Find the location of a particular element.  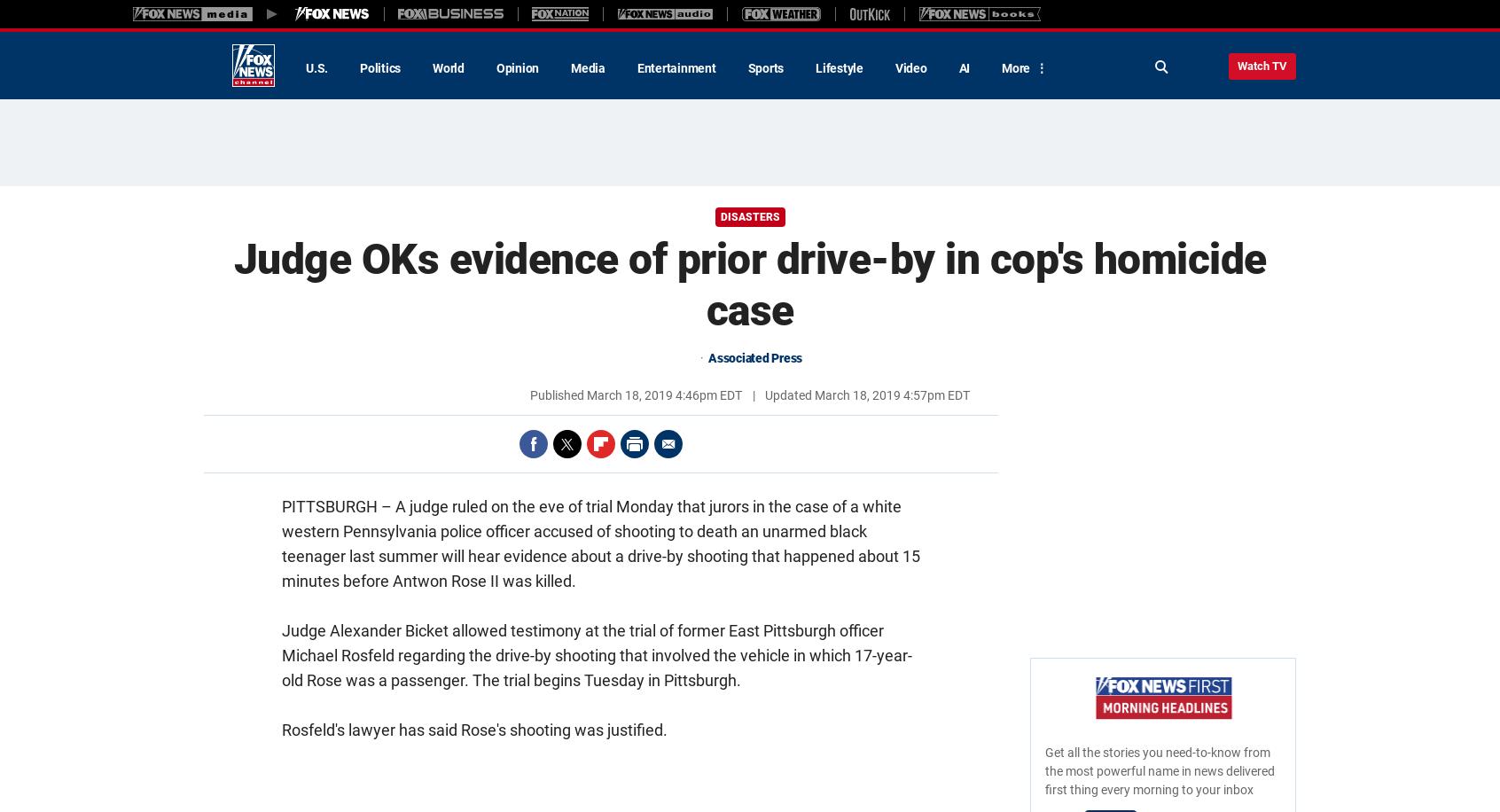

'Watch TV' is located at coordinates (1261, 65).